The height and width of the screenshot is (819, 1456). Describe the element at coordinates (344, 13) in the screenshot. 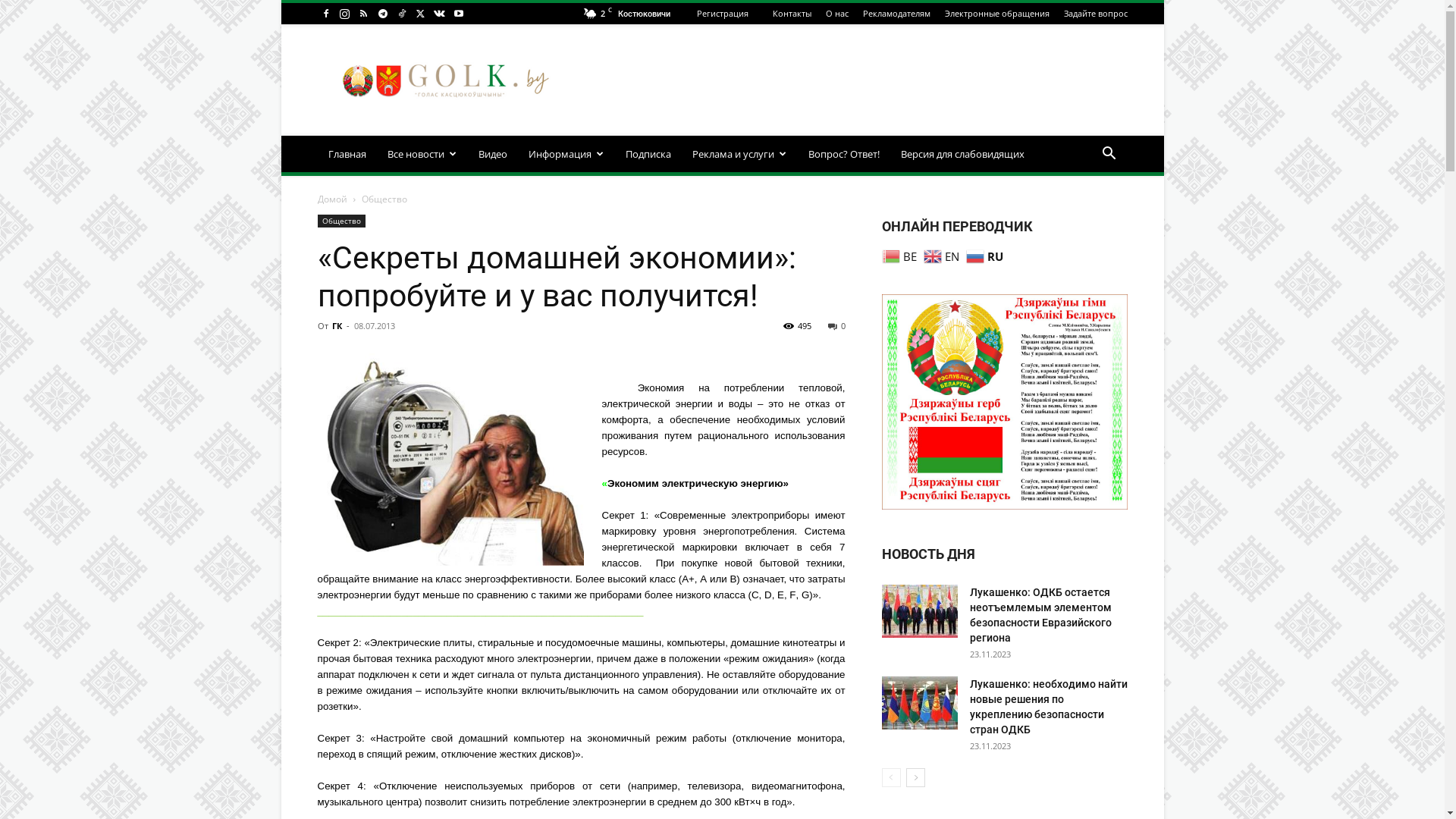

I see `'Instagram'` at that location.